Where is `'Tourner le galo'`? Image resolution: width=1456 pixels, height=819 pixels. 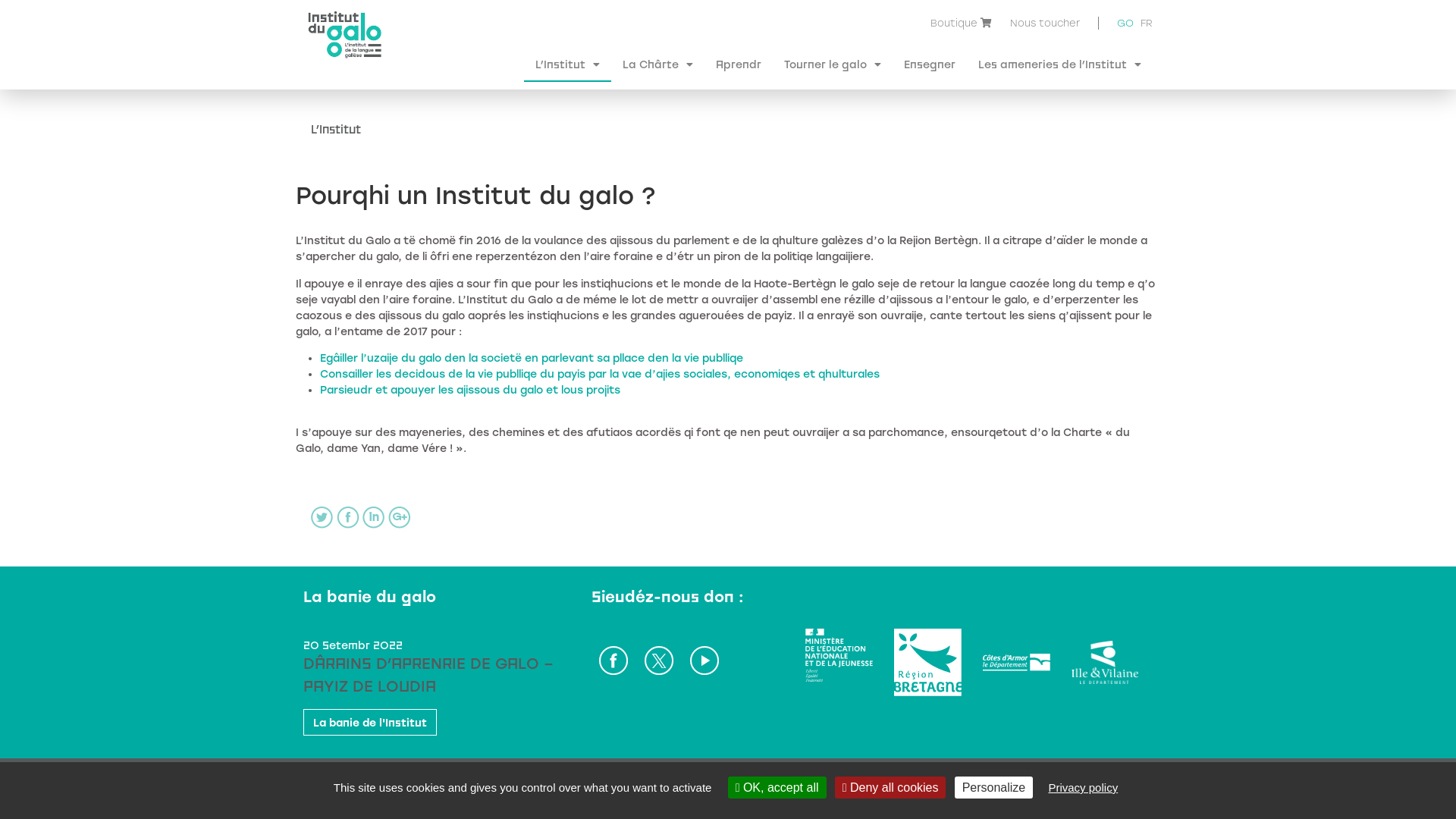 'Tourner le galo' is located at coordinates (832, 63).